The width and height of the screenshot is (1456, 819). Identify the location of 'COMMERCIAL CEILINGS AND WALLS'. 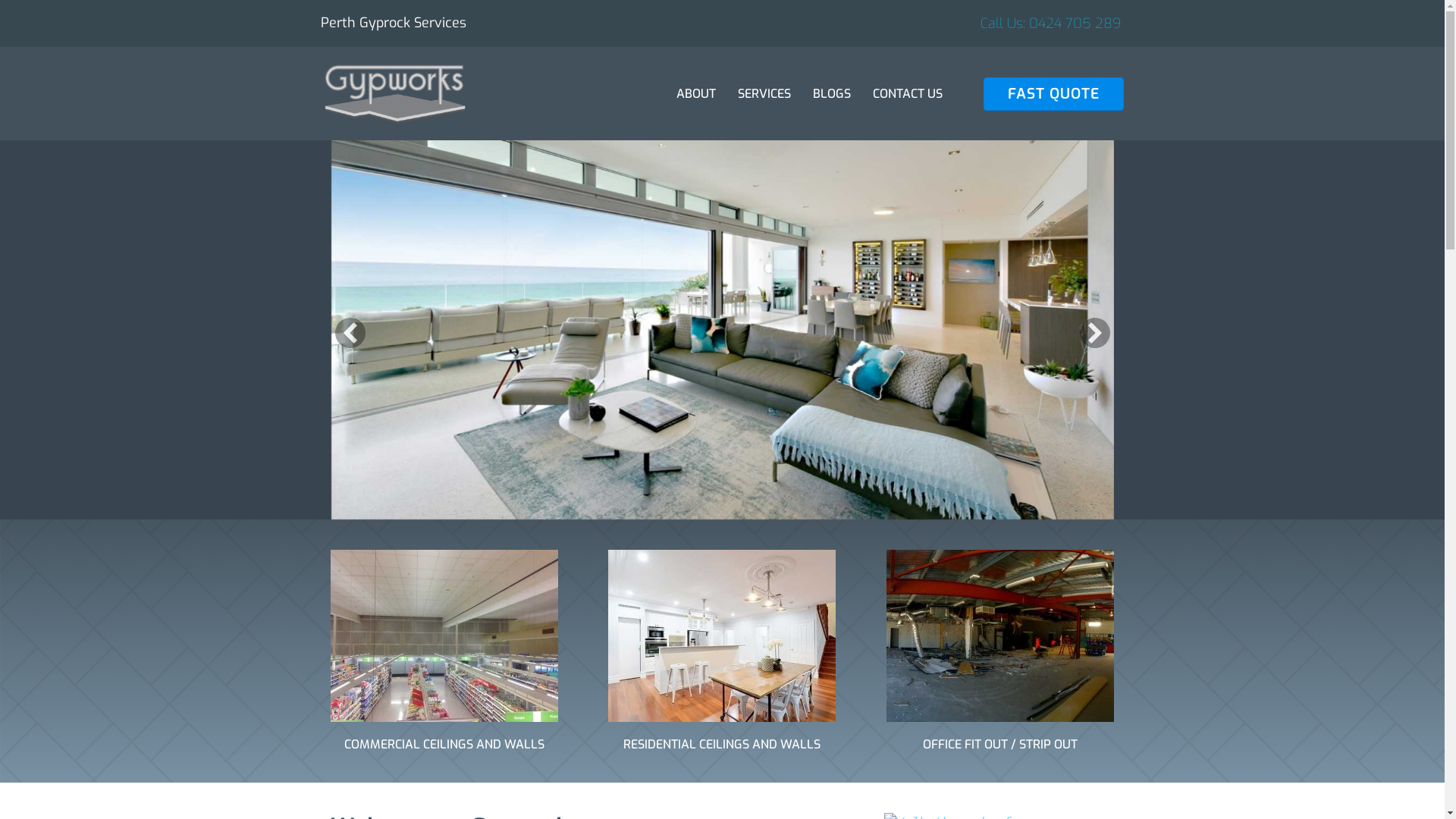
(443, 743).